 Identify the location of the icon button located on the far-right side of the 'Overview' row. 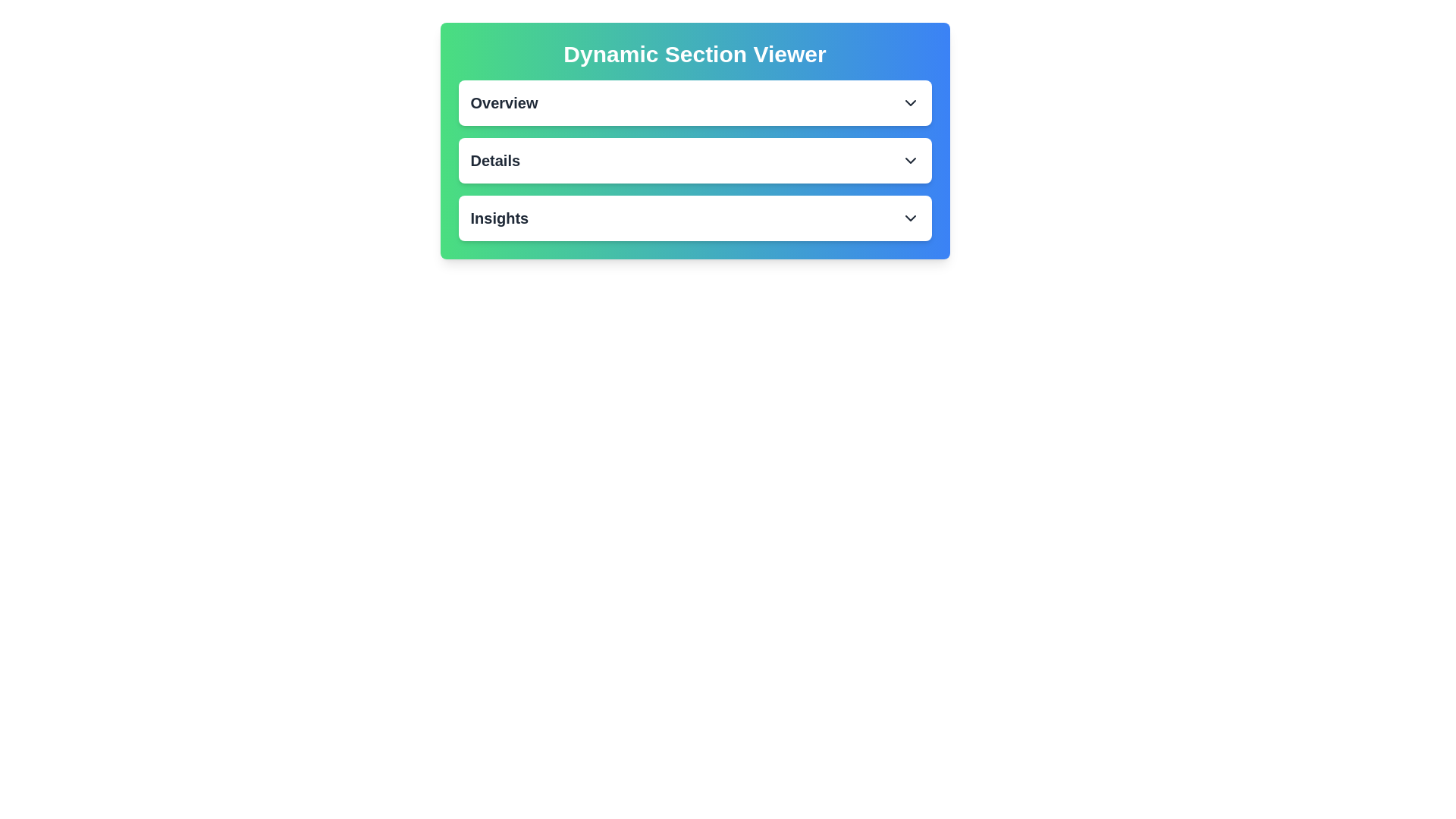
(910, 102).